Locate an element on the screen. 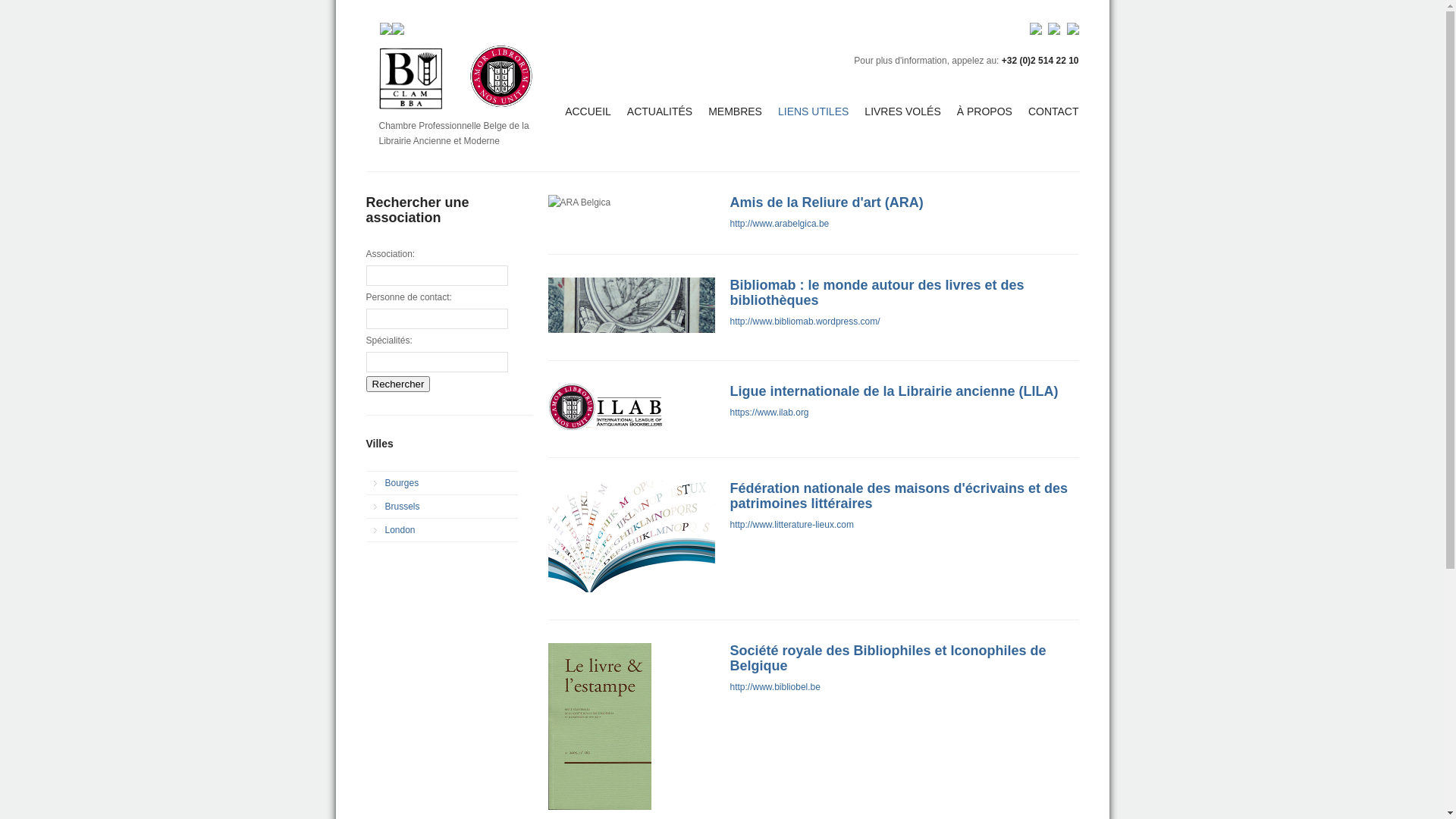 This screenshot has width=1456, height=819. 'International League of Antiquarian Booksellers (ILAB)' is located at coordinates (604, 406).